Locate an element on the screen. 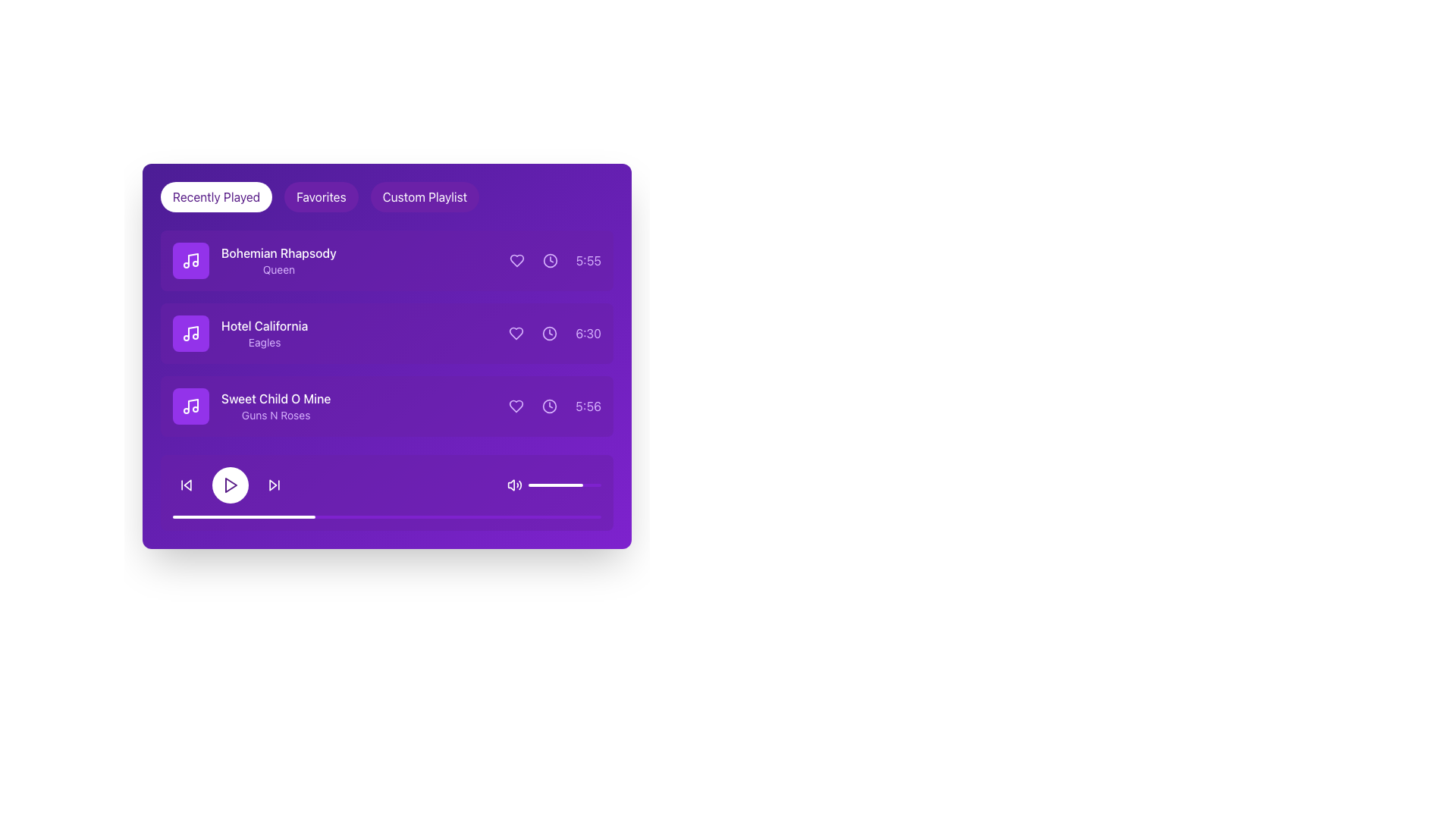  the purple button with rounded corners featuring a white music note icon, located at the top left of the section labeled 'Bohemian Rhapsody - Queen' is located at coordinates (190, 259).